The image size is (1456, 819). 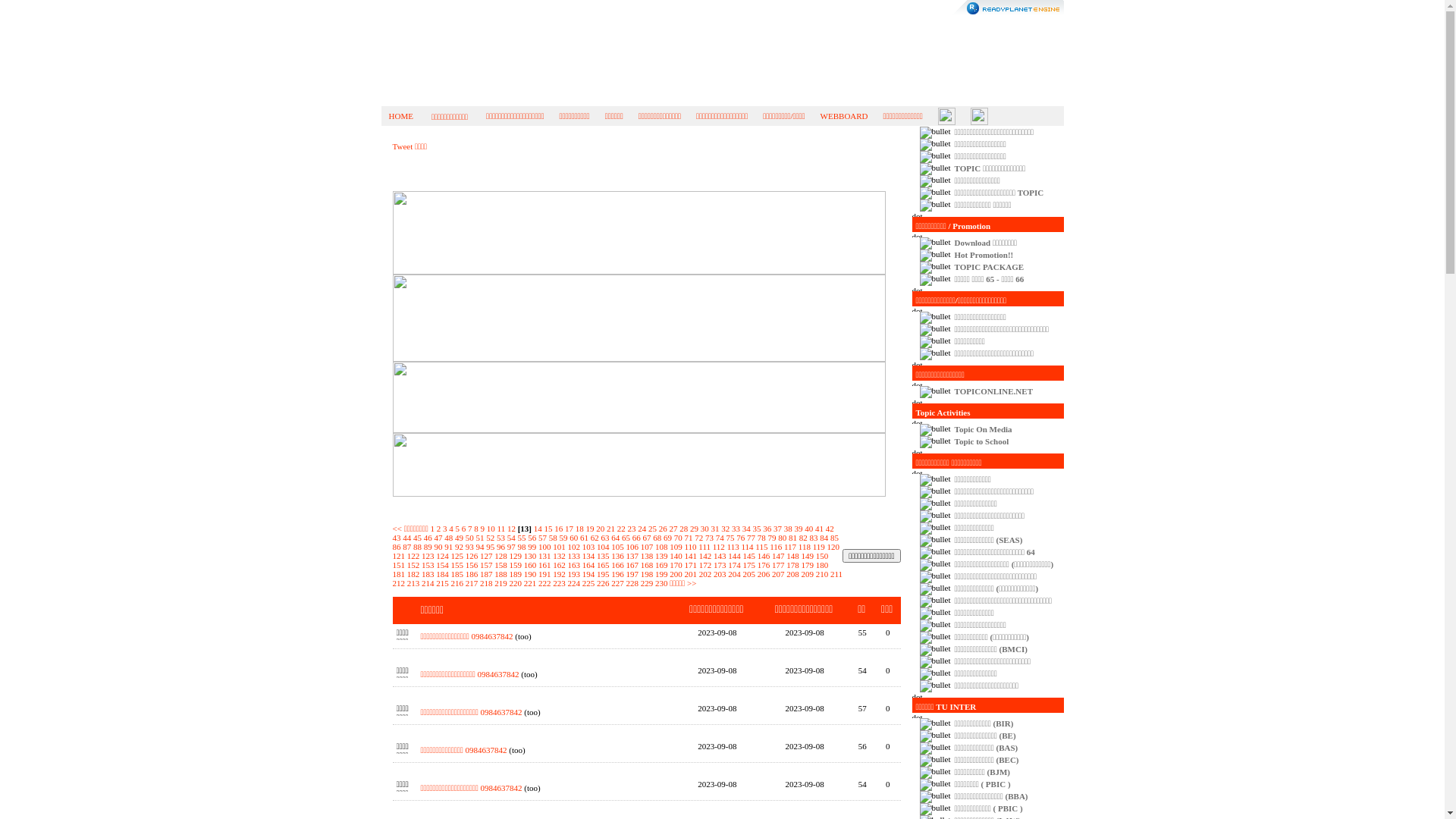 What do you see at coordinates (450, 528) in the screenshot?
I see `'4'` at bounding box center [450, 528].